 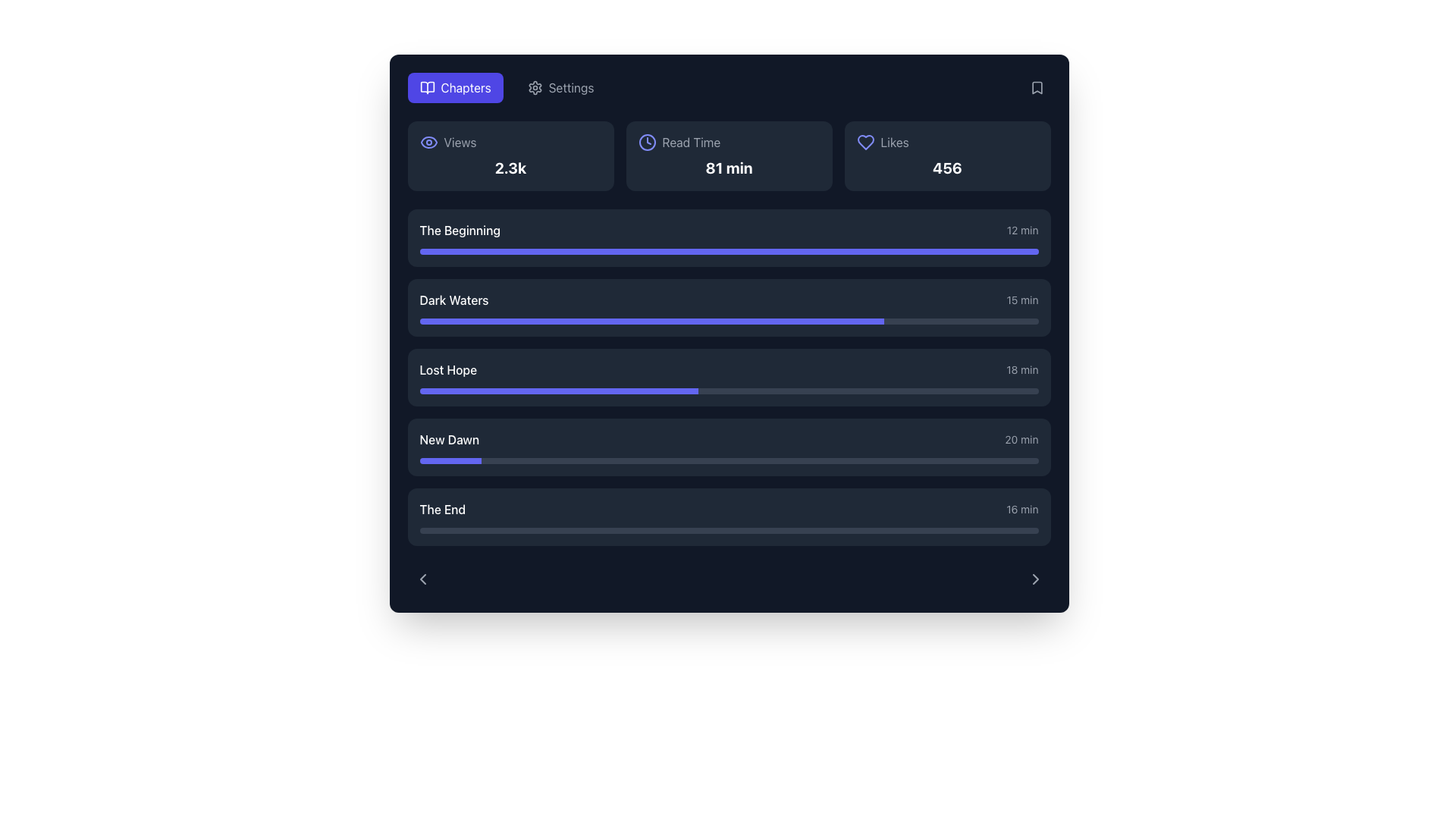 I want to click on text content of the text label indicating the duration of reading time, which is located in the upper part of the interface under the 'Read Time' label, so click(x=729, y=168).